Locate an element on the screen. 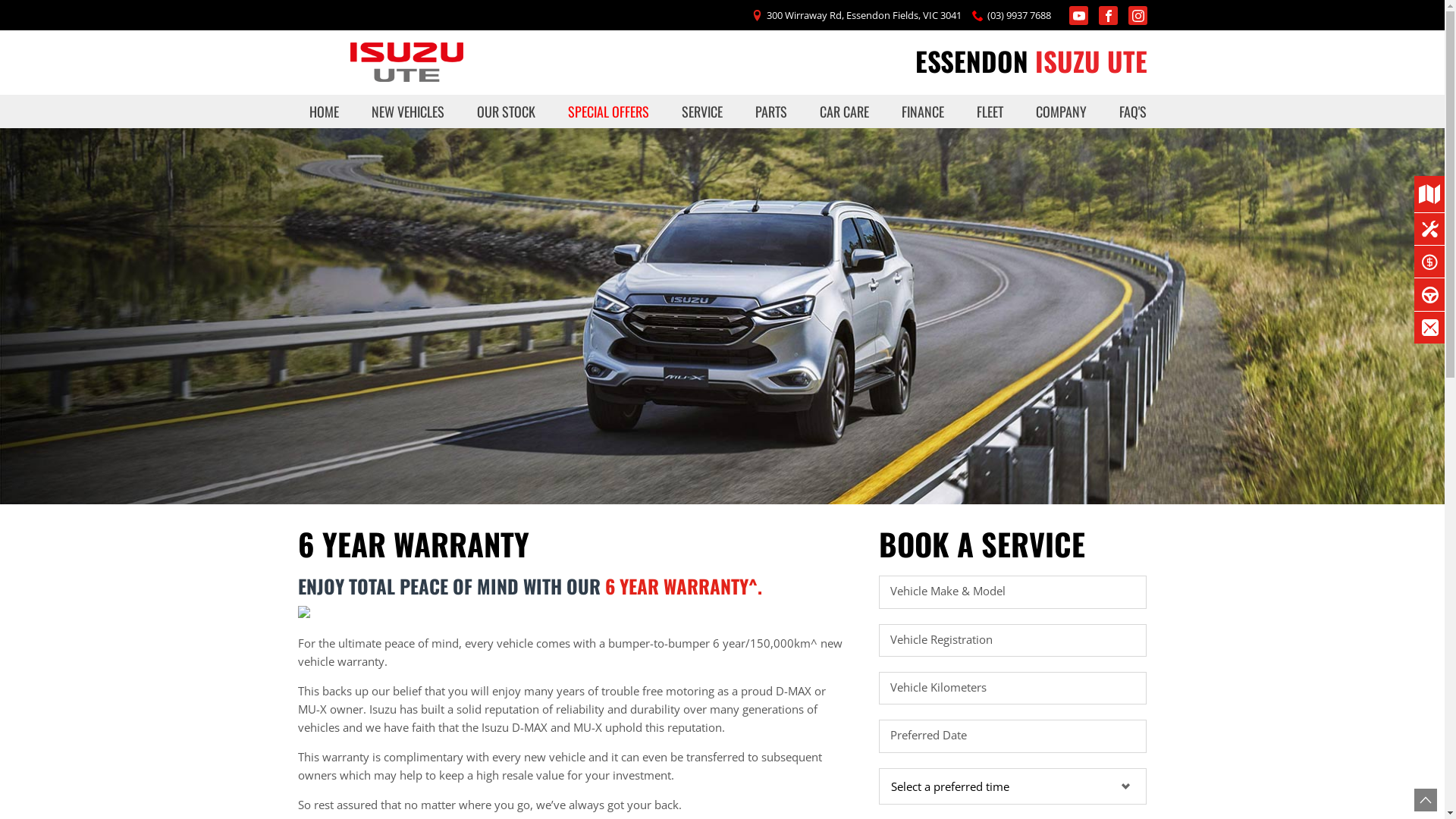 The height and width of the screenshot is (819, 1456). 'PARTS' is located at coordinates (771, 110).